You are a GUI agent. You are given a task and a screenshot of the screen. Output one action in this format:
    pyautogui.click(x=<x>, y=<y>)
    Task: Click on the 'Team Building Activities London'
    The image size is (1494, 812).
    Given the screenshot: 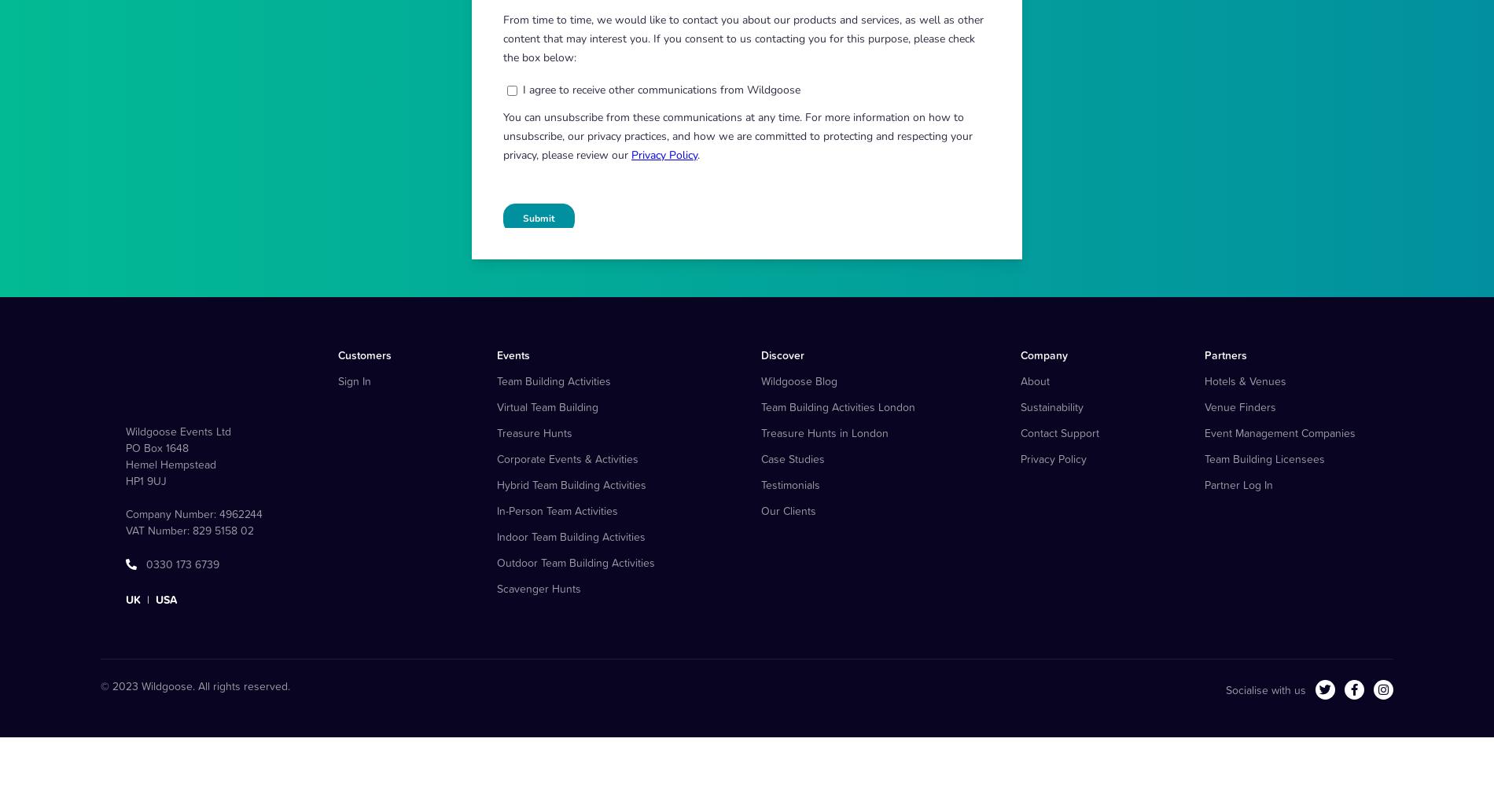 What is the action you would take?
    pyautogui.click(x=837, y=483)
    